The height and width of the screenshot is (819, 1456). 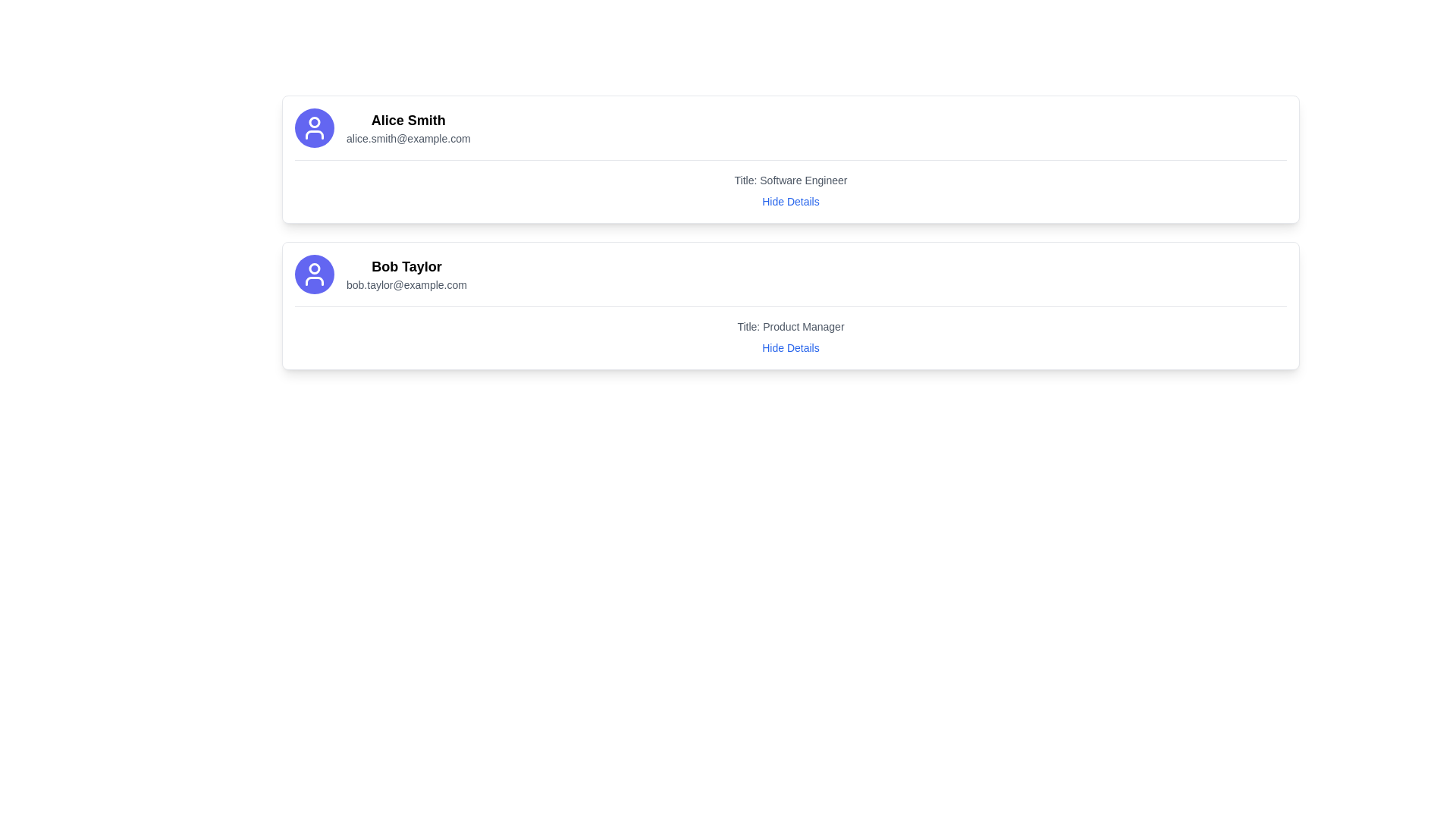 What do you see at coordinates (313, 275) in the screenshot?
I see `the user profile icon button located to the left of the text 'Bob Taylor' and 'bob.taylor@example.com' in the second user information card` at bounding box center [313, 275].